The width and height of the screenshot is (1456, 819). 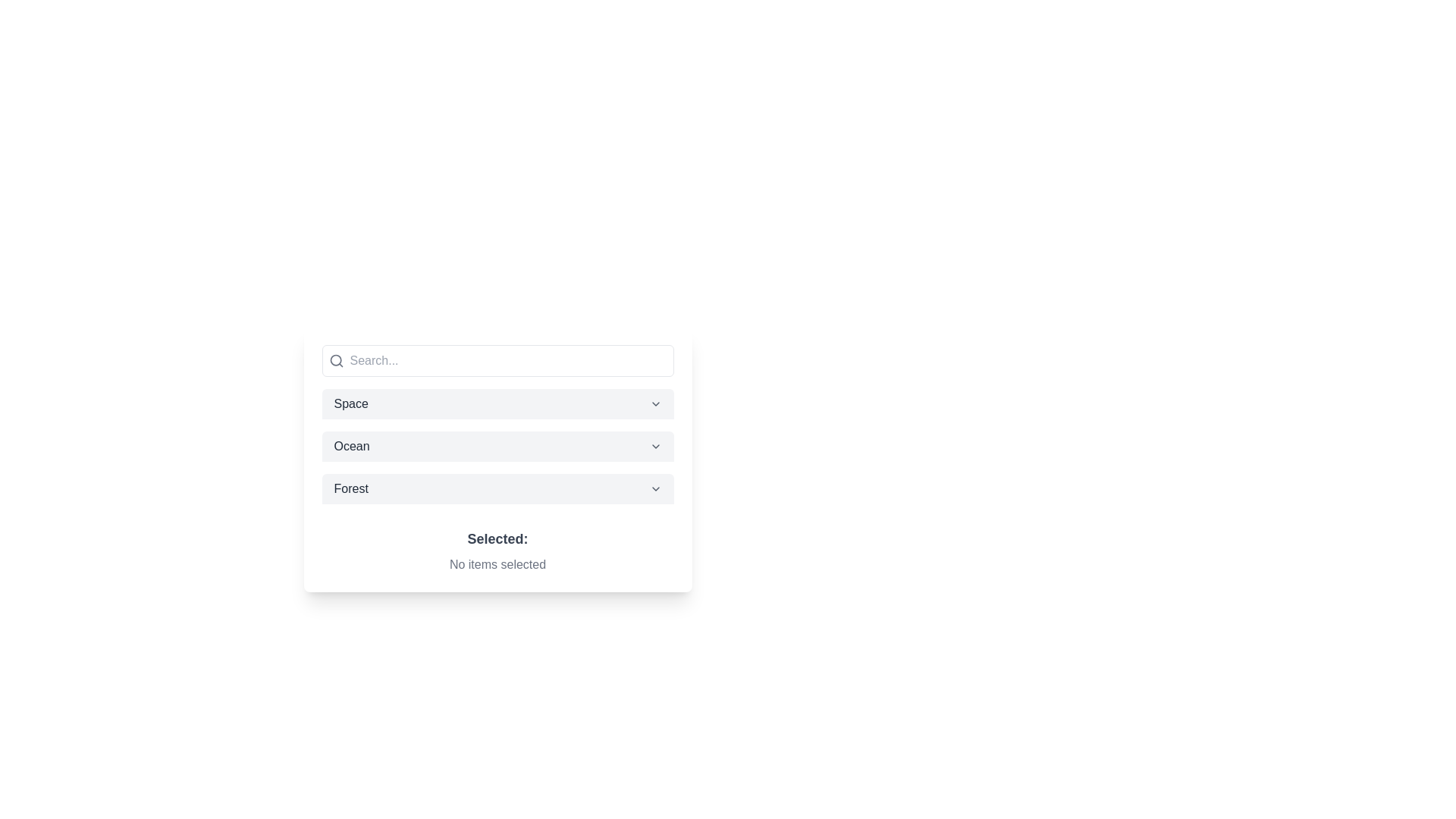 What do you see at coordinates (351, 446) in the screenshot?
I see `label of the static text element located in the dropdown menu, which identifies the second selectable option between 'Space' and 'Forest'` at bounding box center [351, 446].